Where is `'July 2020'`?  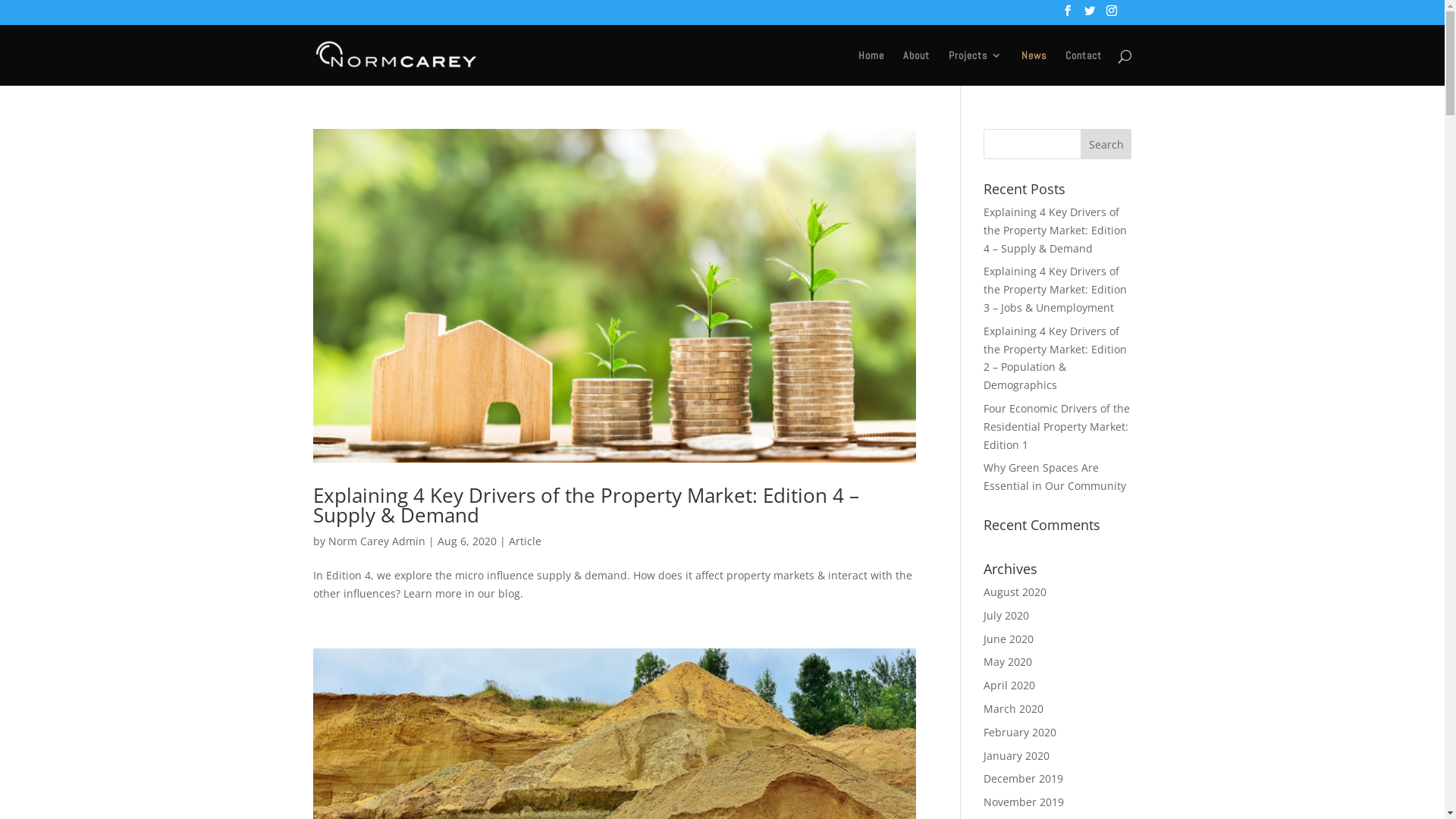
'July 2020' is located at coordinates (1006, 615).